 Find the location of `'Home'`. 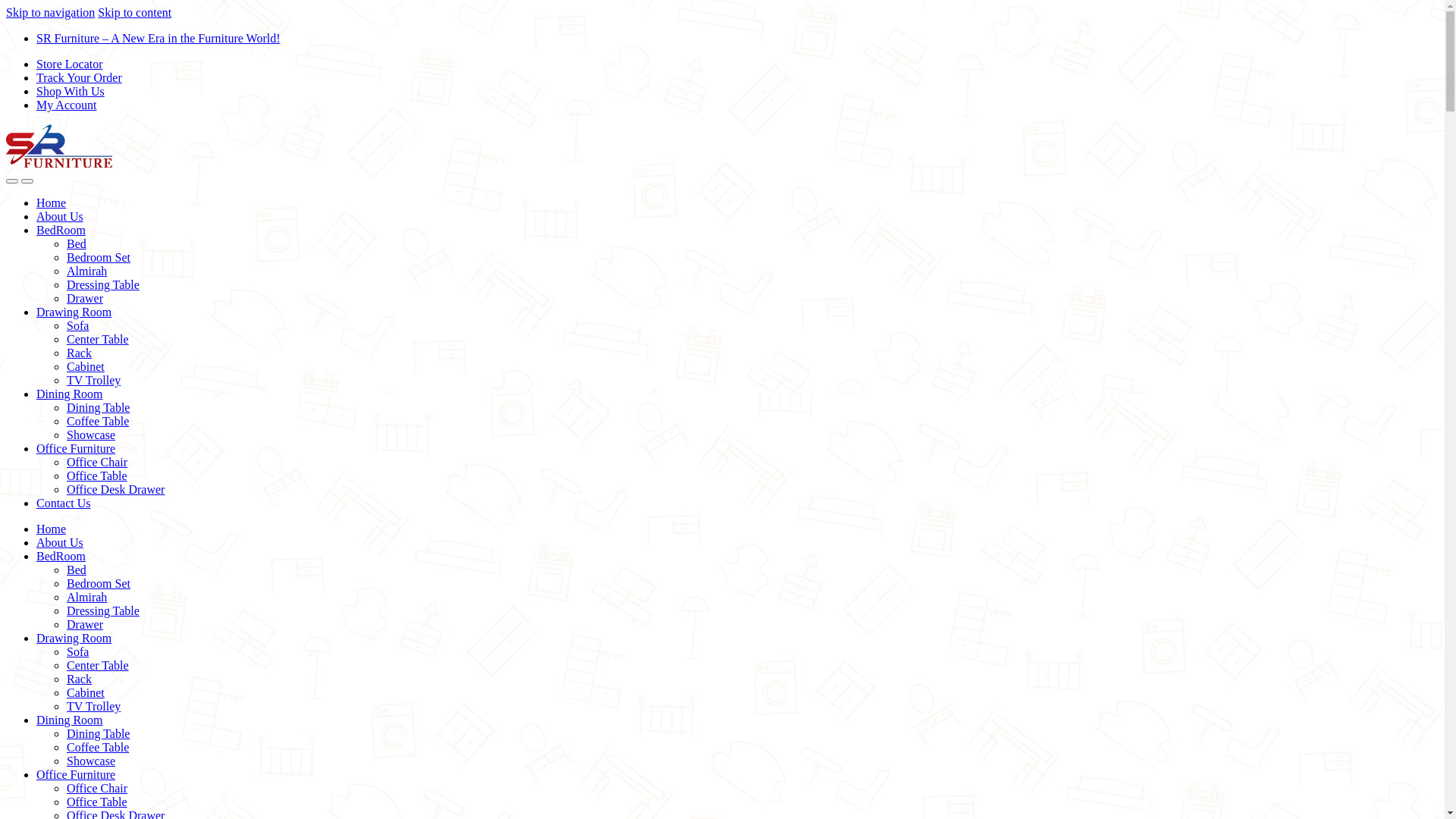

'Home' is located at coordinates (51, 528).